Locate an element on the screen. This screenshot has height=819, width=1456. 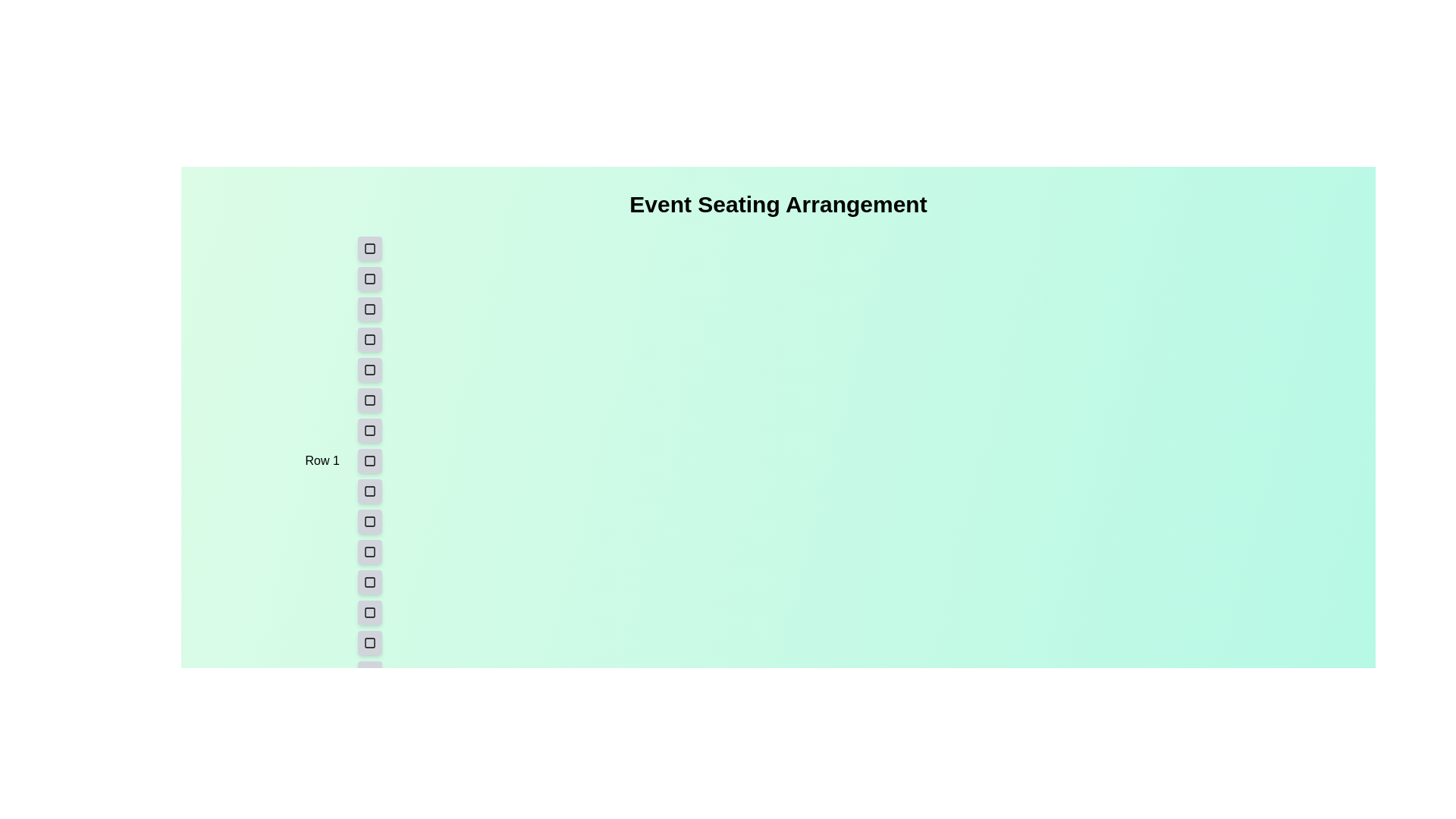
the header text 'Event Seating Arrangement' is located at coordinates (778, 205).